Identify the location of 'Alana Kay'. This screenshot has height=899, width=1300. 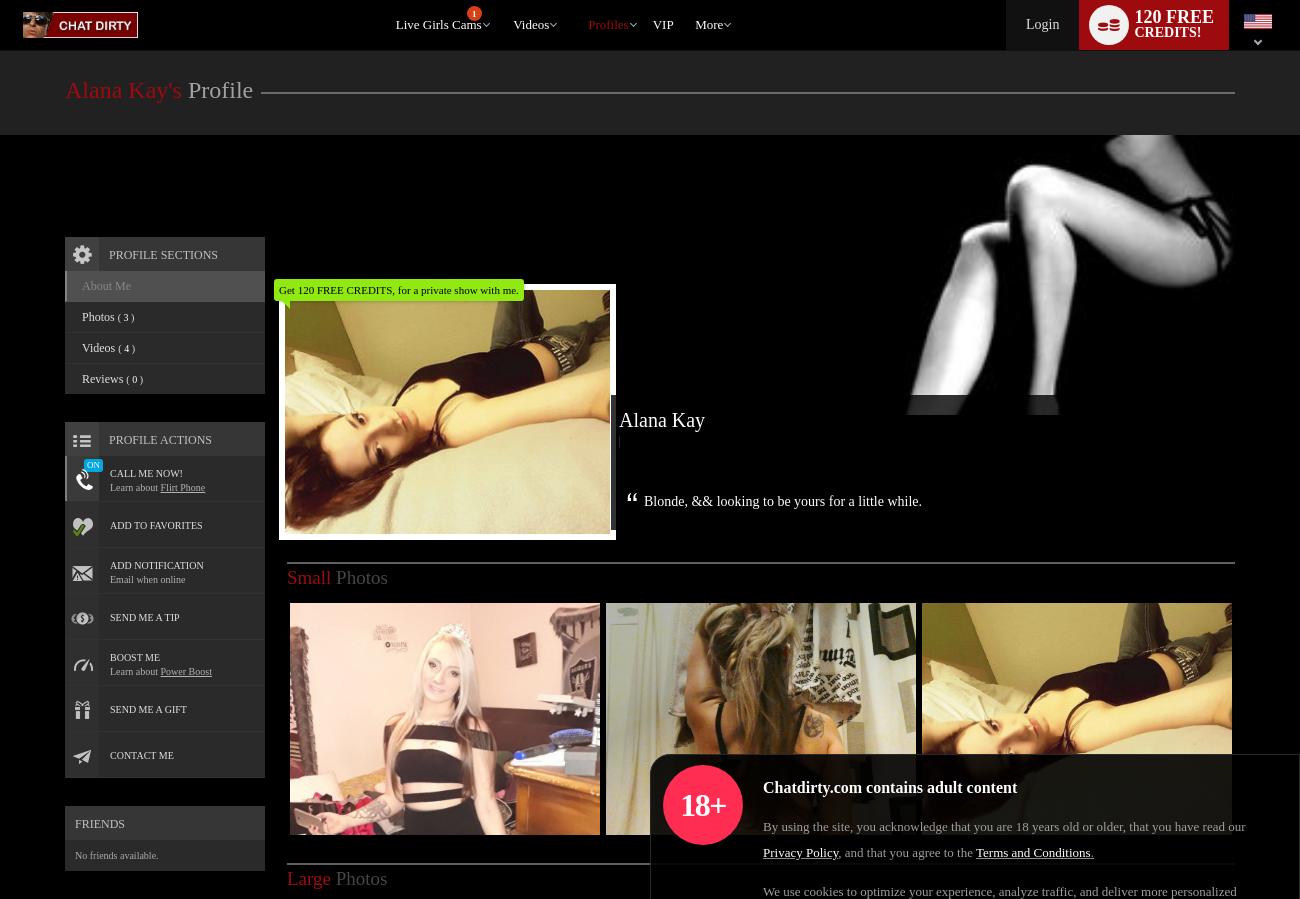
(638, 396).